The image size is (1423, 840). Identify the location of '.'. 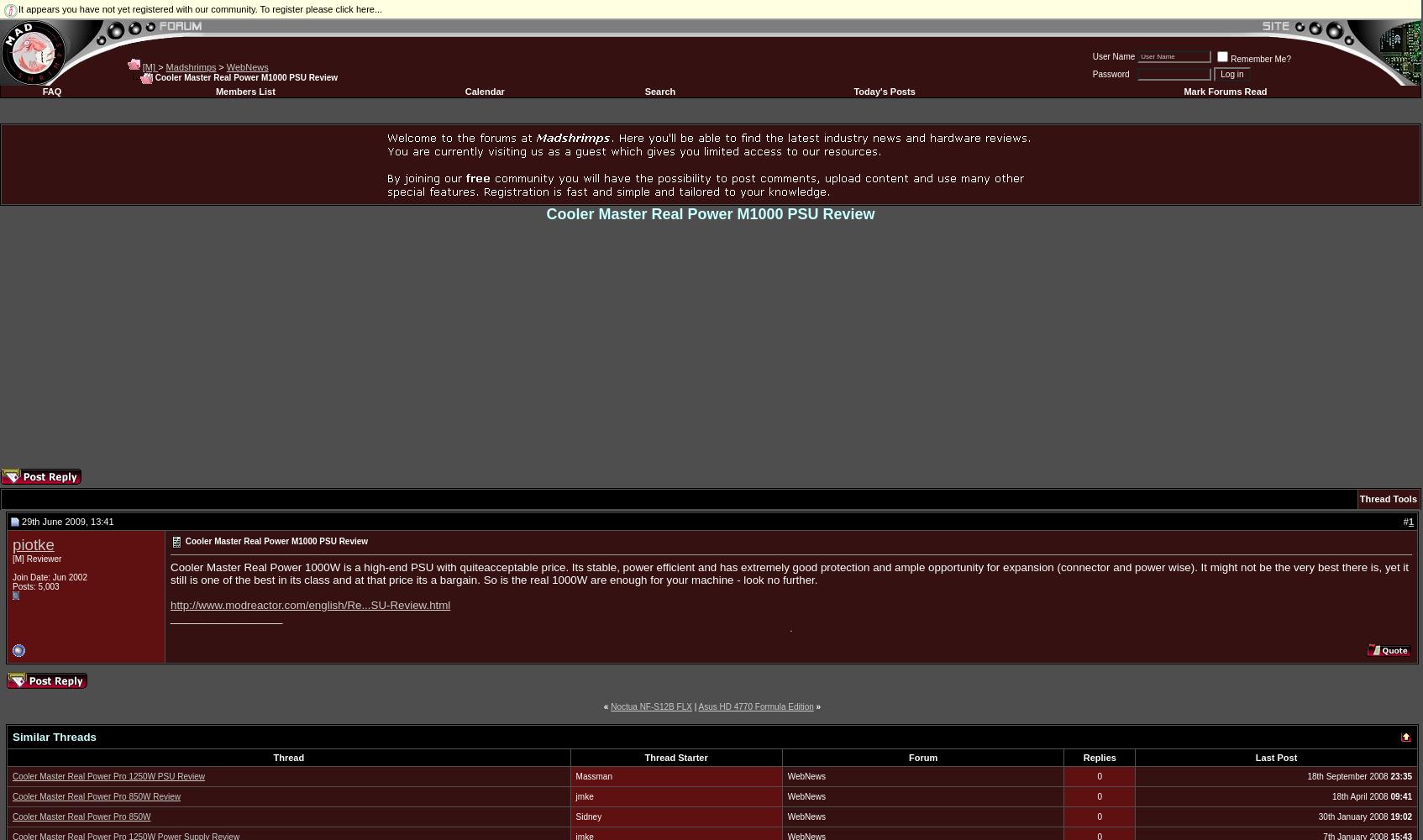
(790, 627).